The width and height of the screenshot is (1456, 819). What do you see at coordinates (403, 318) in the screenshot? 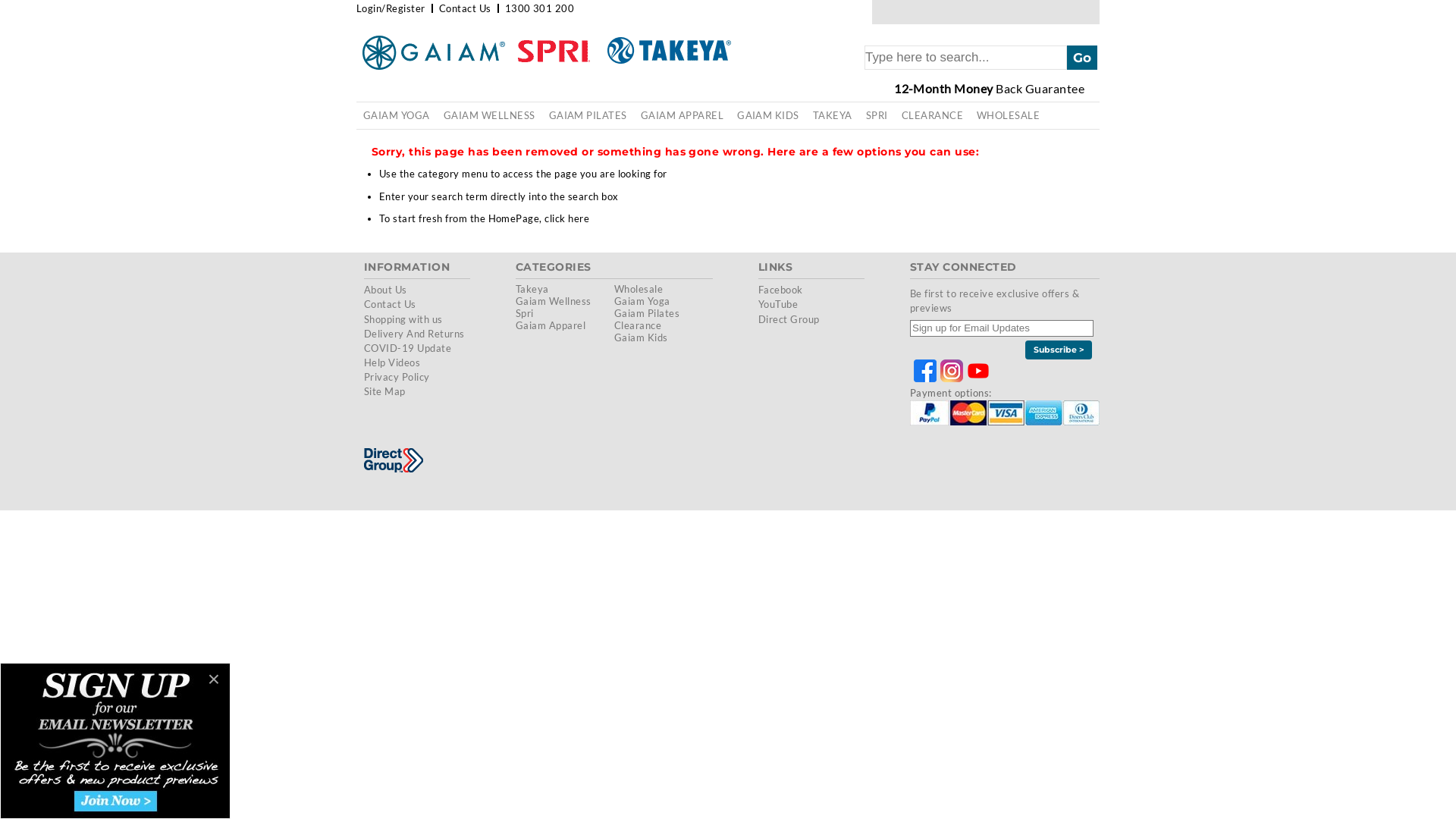
I see `'Shopping with us'` at bounding box center [403, 318].